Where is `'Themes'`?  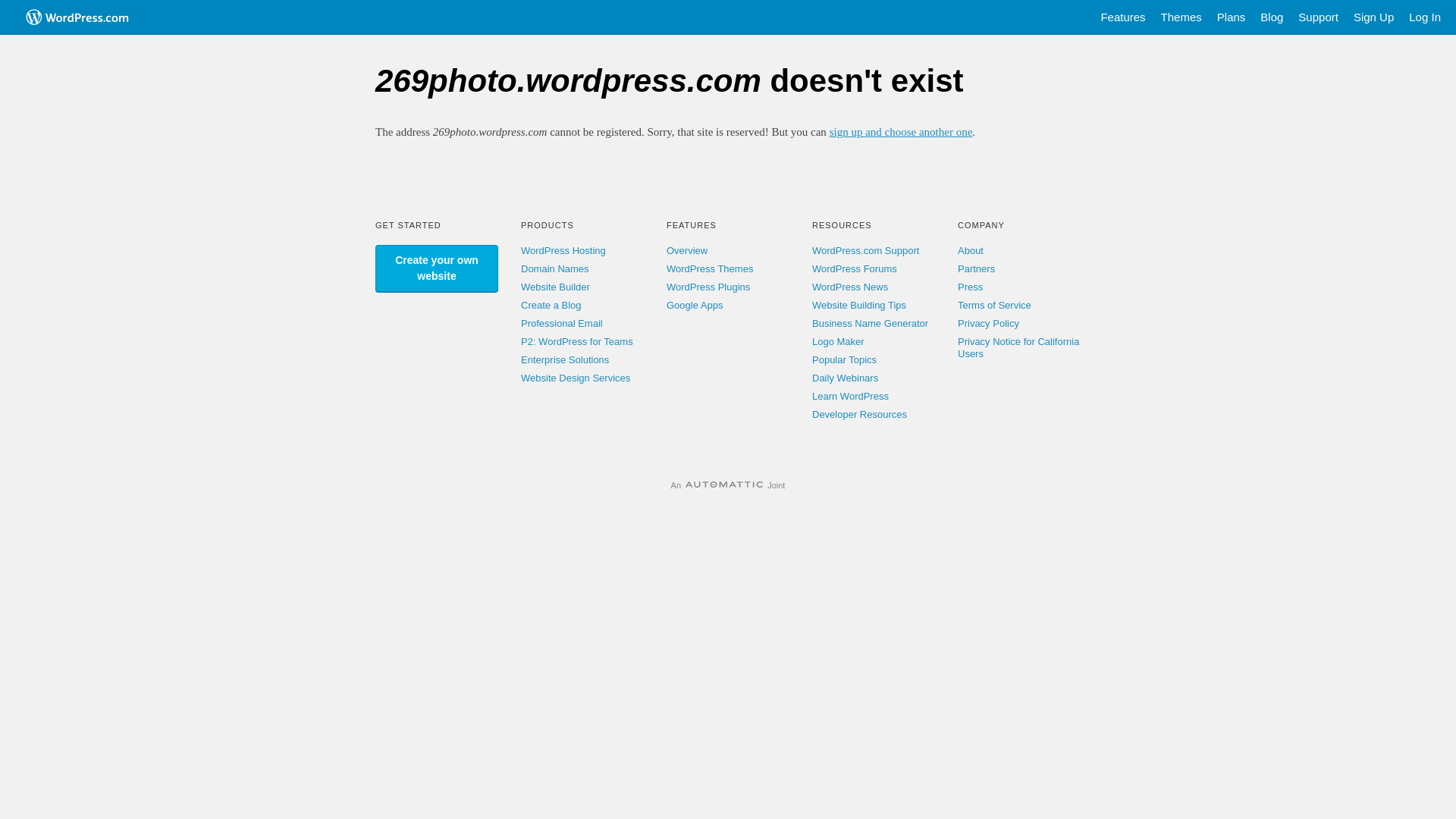
'Themes' is located at coordinates (1181, 17).